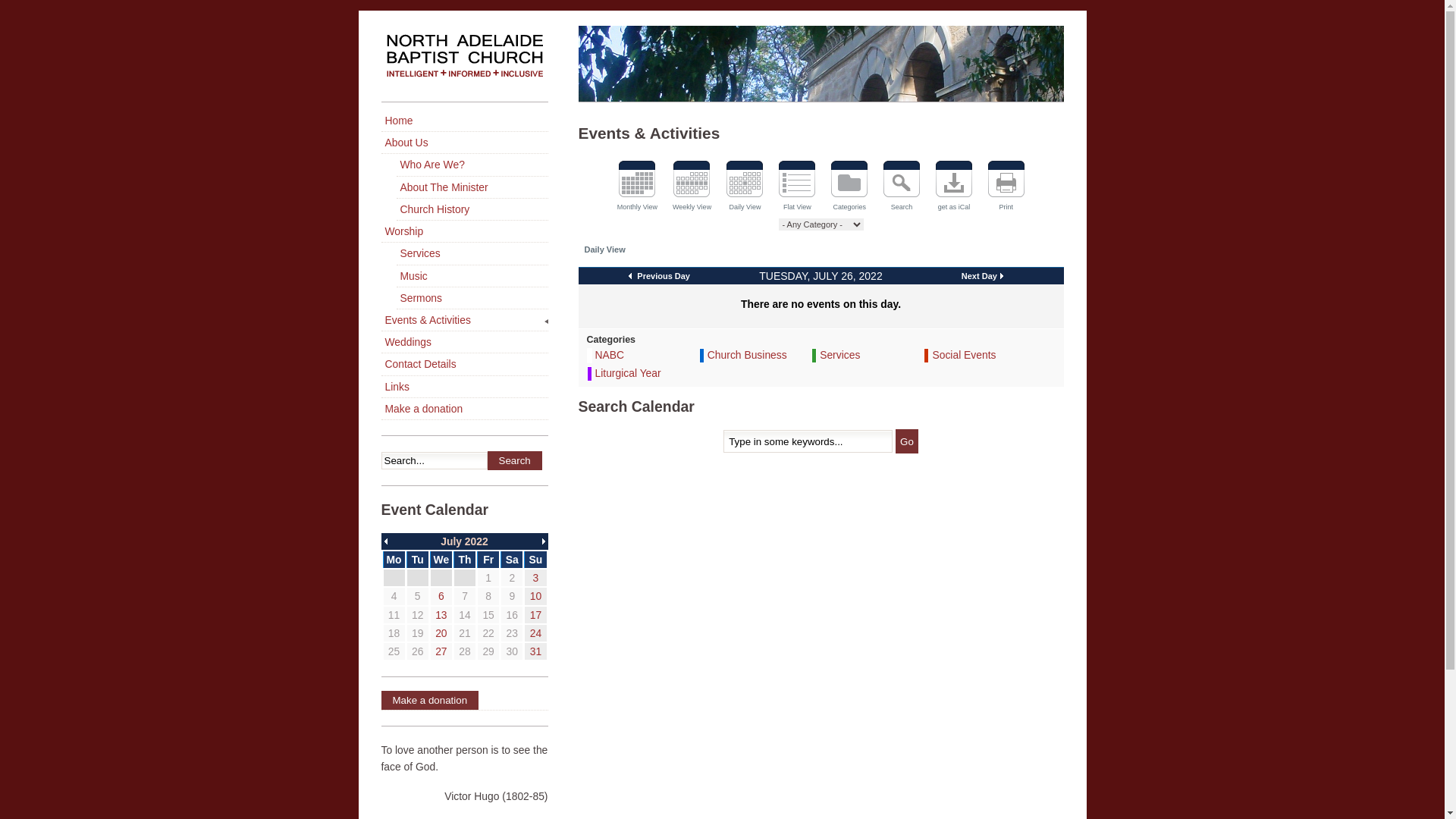 This screenshot has width=1456, height=819. I want to click on '27', so click(440, 651).